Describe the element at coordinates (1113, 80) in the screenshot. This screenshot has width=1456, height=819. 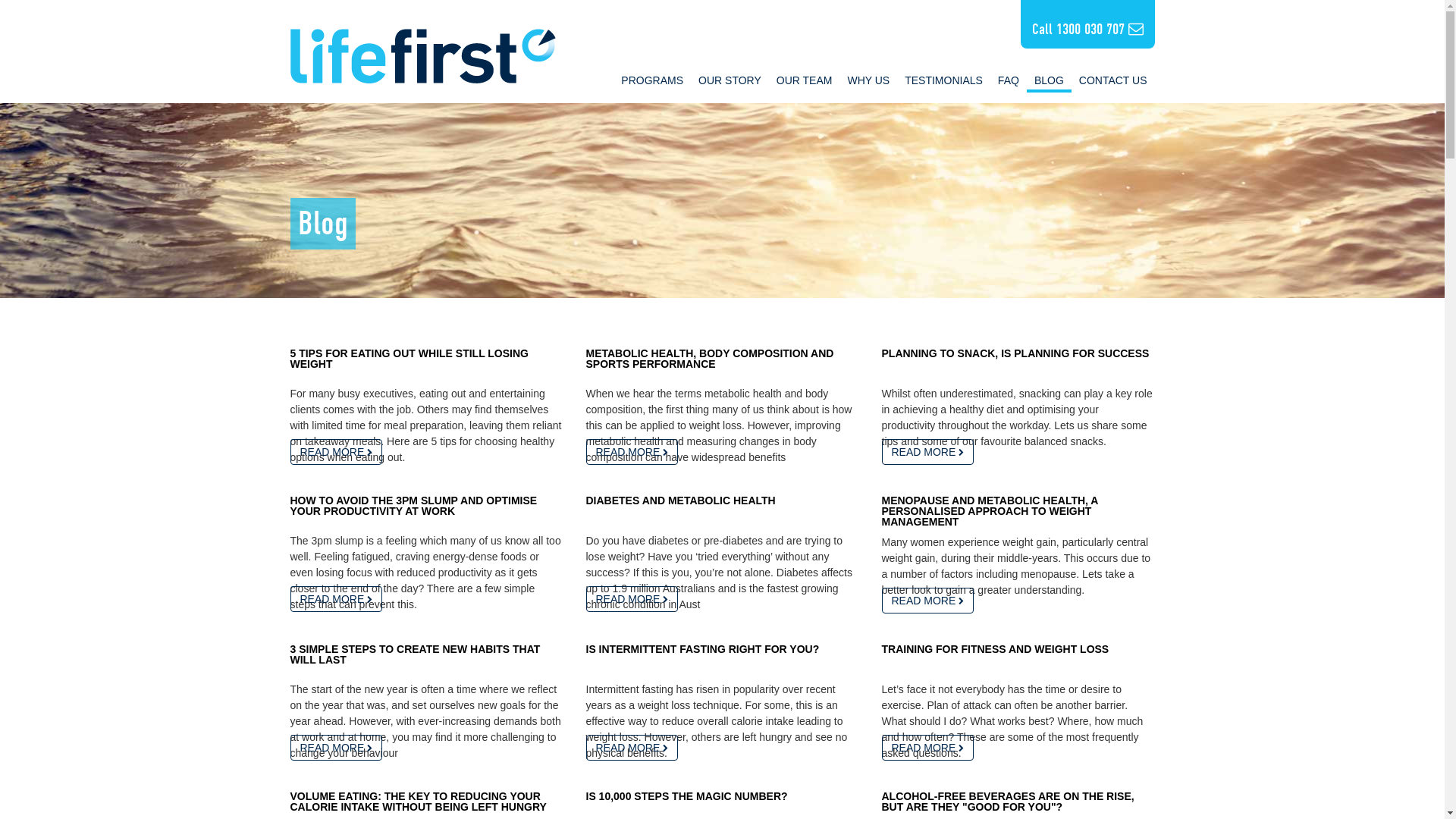
I see `'CONTACT US'` at that location.